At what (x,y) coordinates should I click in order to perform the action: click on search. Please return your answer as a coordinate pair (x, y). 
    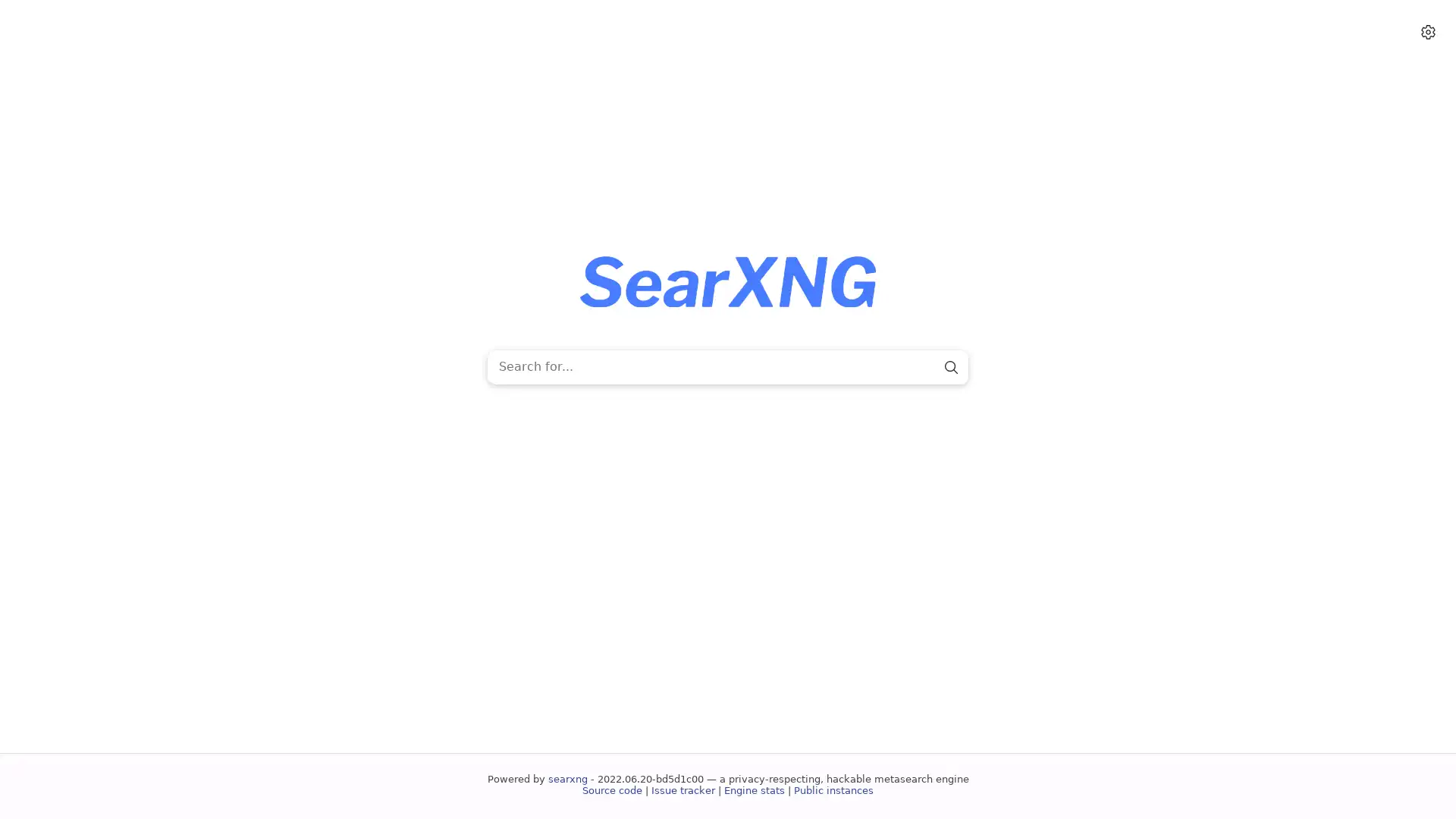
    Looking at the image, I should click on (949, 366).